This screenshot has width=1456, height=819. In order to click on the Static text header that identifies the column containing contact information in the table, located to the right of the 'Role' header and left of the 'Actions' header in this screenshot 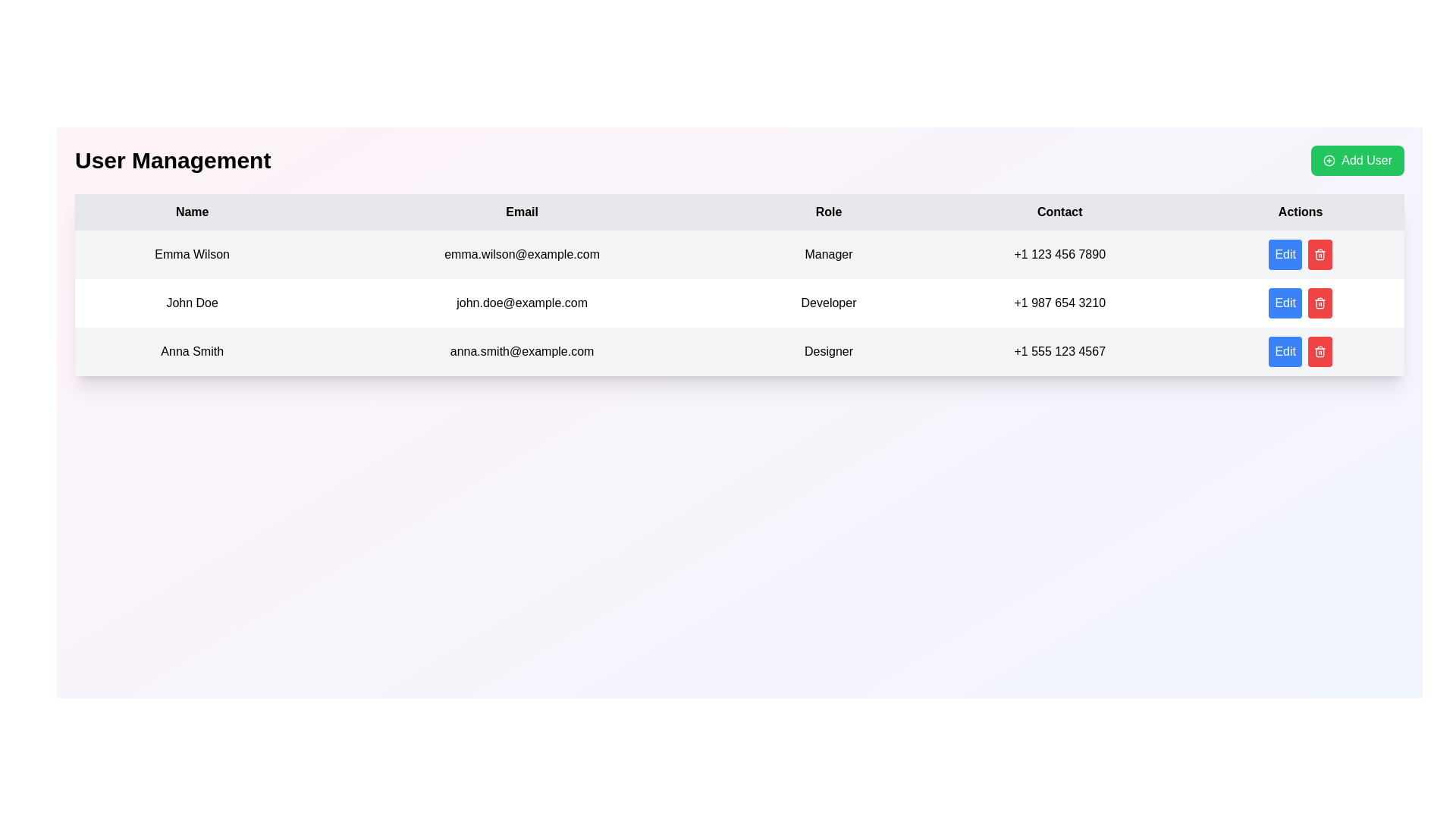, I will do `click(1059, 212)`.